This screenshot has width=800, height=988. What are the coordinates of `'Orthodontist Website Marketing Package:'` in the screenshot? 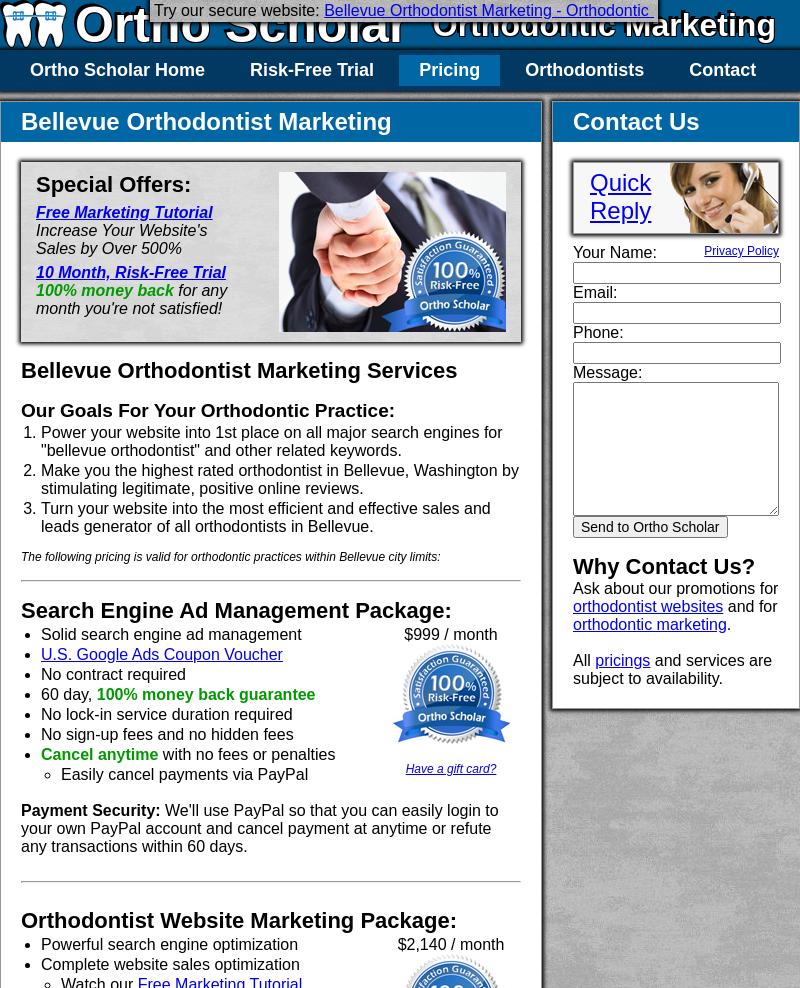 It's located at (238, 919).